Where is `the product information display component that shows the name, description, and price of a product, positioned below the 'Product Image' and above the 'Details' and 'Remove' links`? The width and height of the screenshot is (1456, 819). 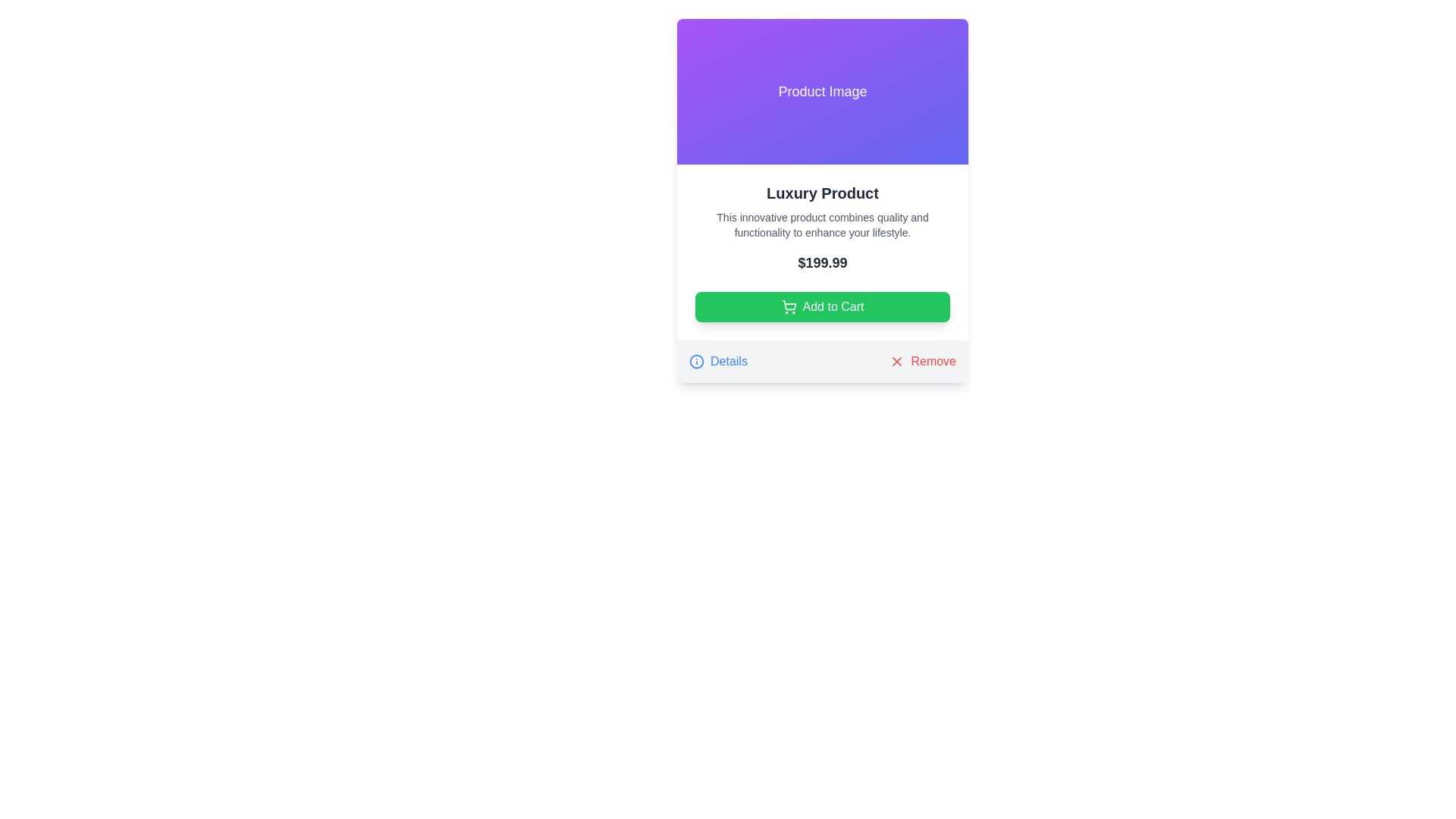
the product information display component that shows the name, description, and price of a product, positioned below the 'Product Image' and above the 'Details' and 'Remove' links is located at coordinates (821, 251).